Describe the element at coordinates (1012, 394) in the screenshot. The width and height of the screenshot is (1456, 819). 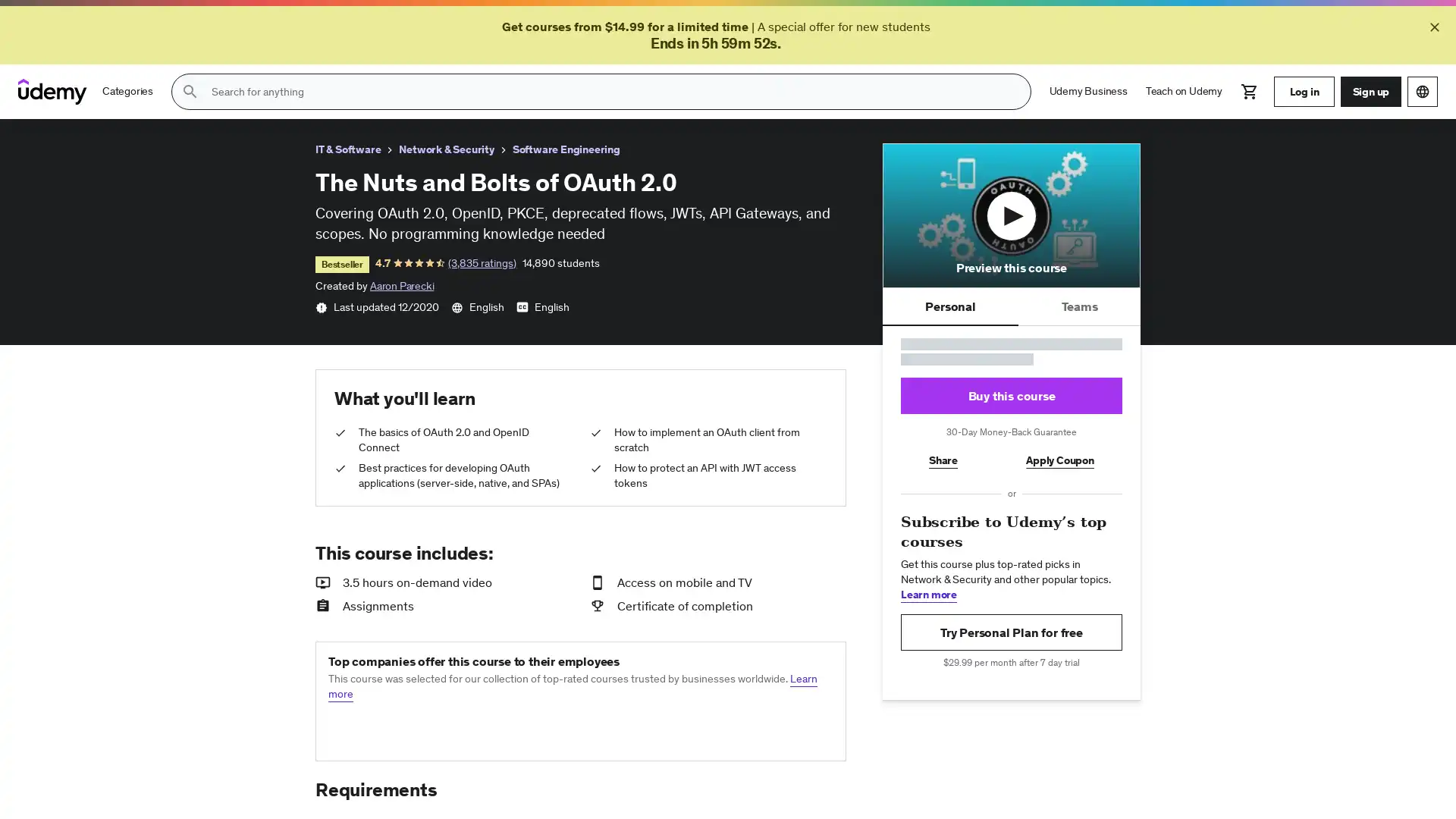
I see `Buy this course` at that location.